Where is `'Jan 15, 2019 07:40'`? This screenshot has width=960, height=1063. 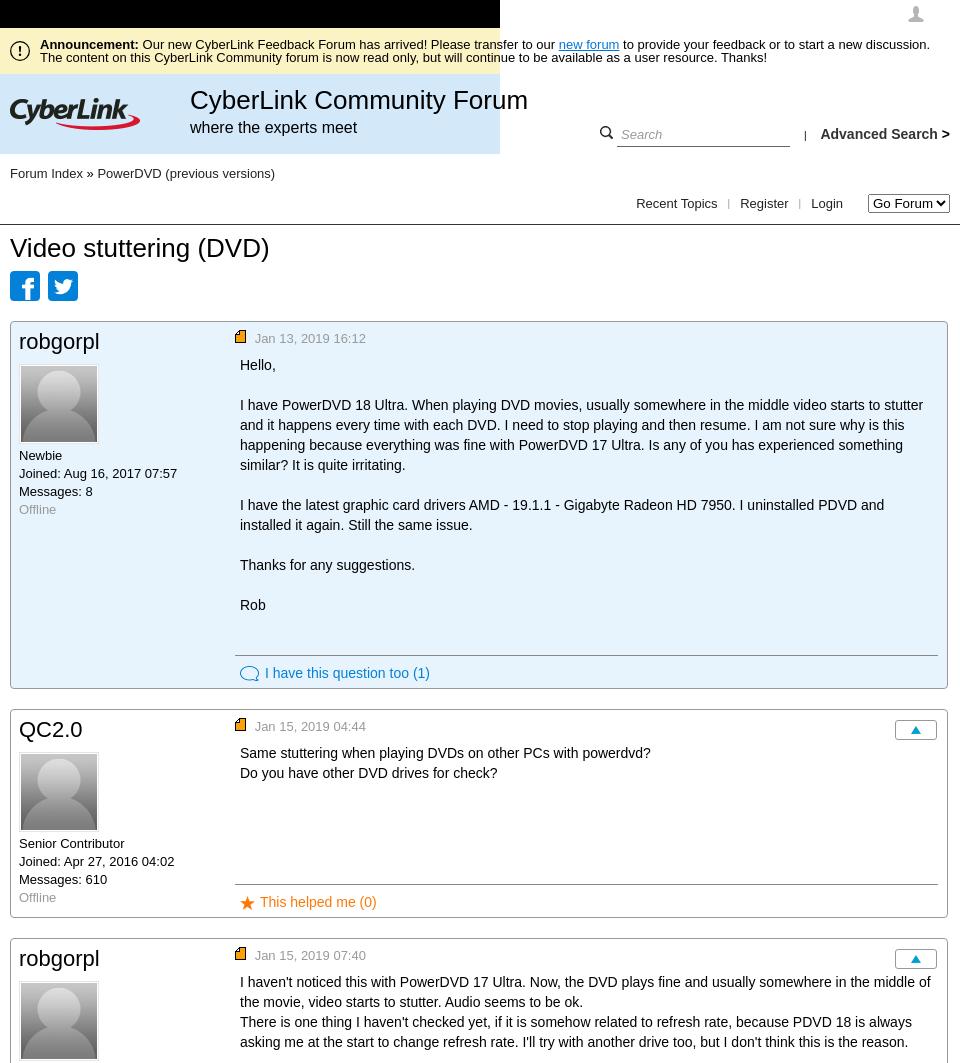
'Jan 15, 2019 07:40' is located at coordinates (309, 954).